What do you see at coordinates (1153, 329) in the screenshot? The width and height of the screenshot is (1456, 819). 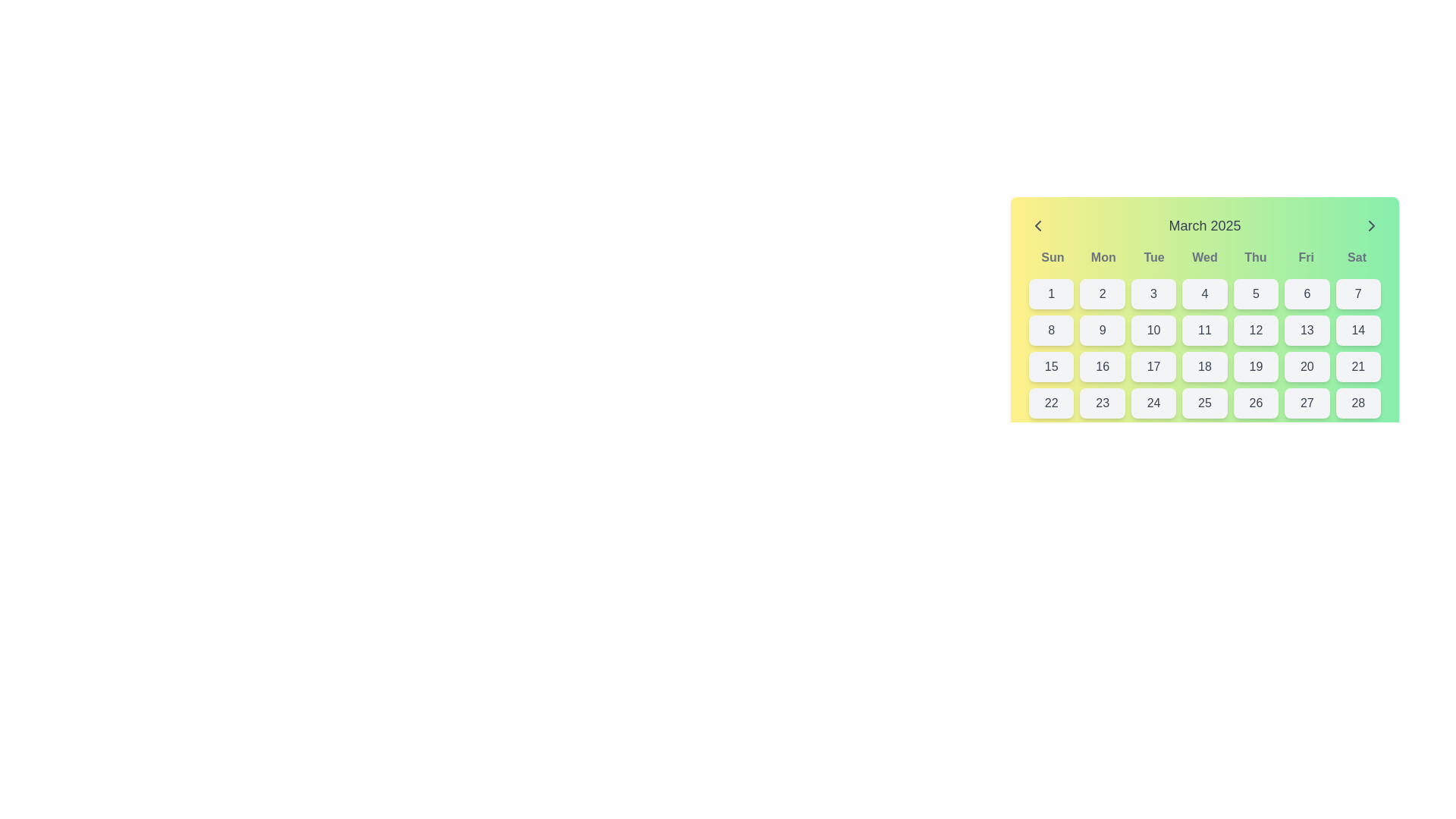 I see `the selectable date button representing the date '10' in the calendar interface, located in the second row and third column of the grid layout` at bounding box center [1153, 329].